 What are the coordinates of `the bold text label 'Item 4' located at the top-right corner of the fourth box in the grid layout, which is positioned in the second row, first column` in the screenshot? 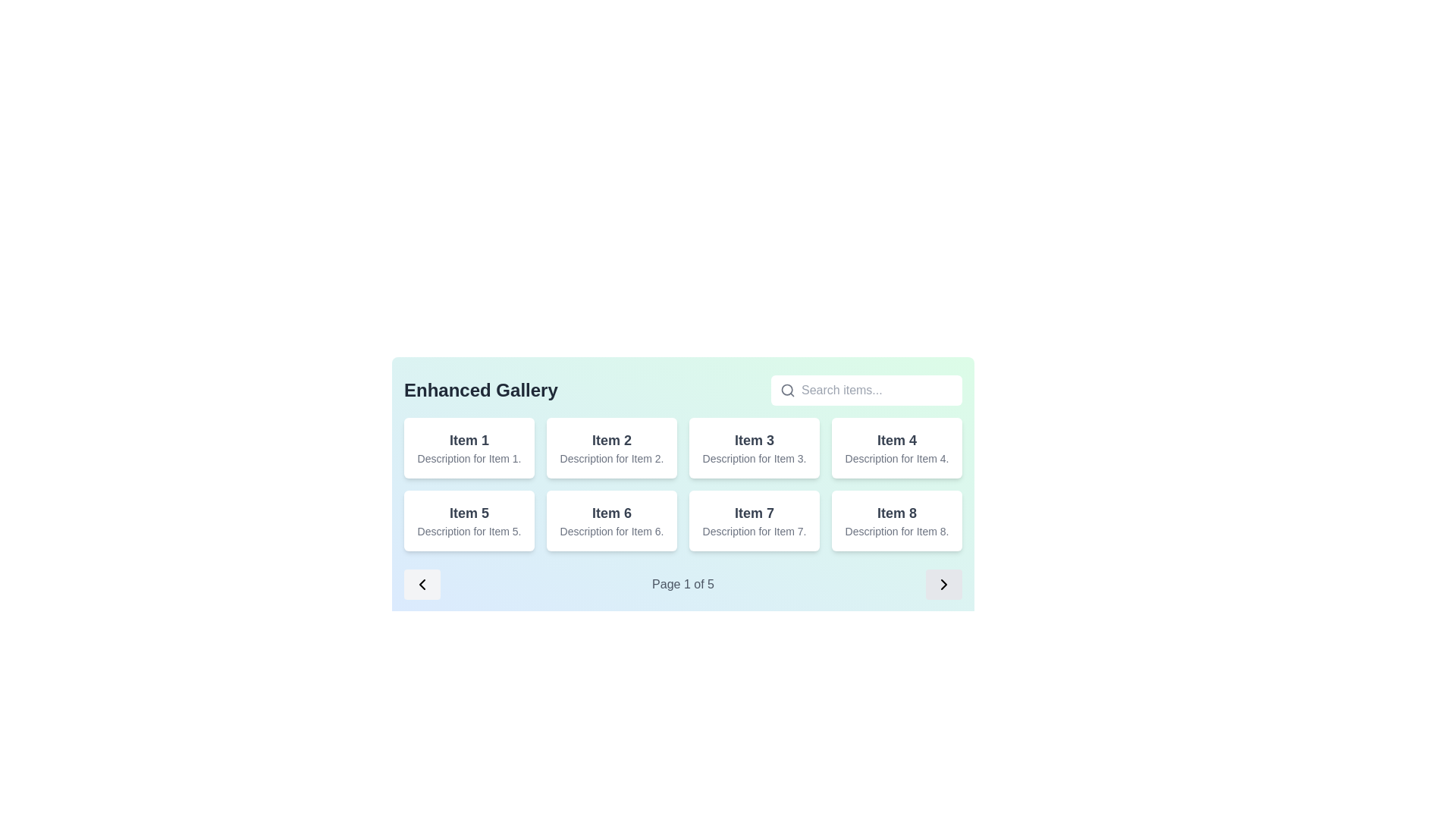 It's located at (896, 441).